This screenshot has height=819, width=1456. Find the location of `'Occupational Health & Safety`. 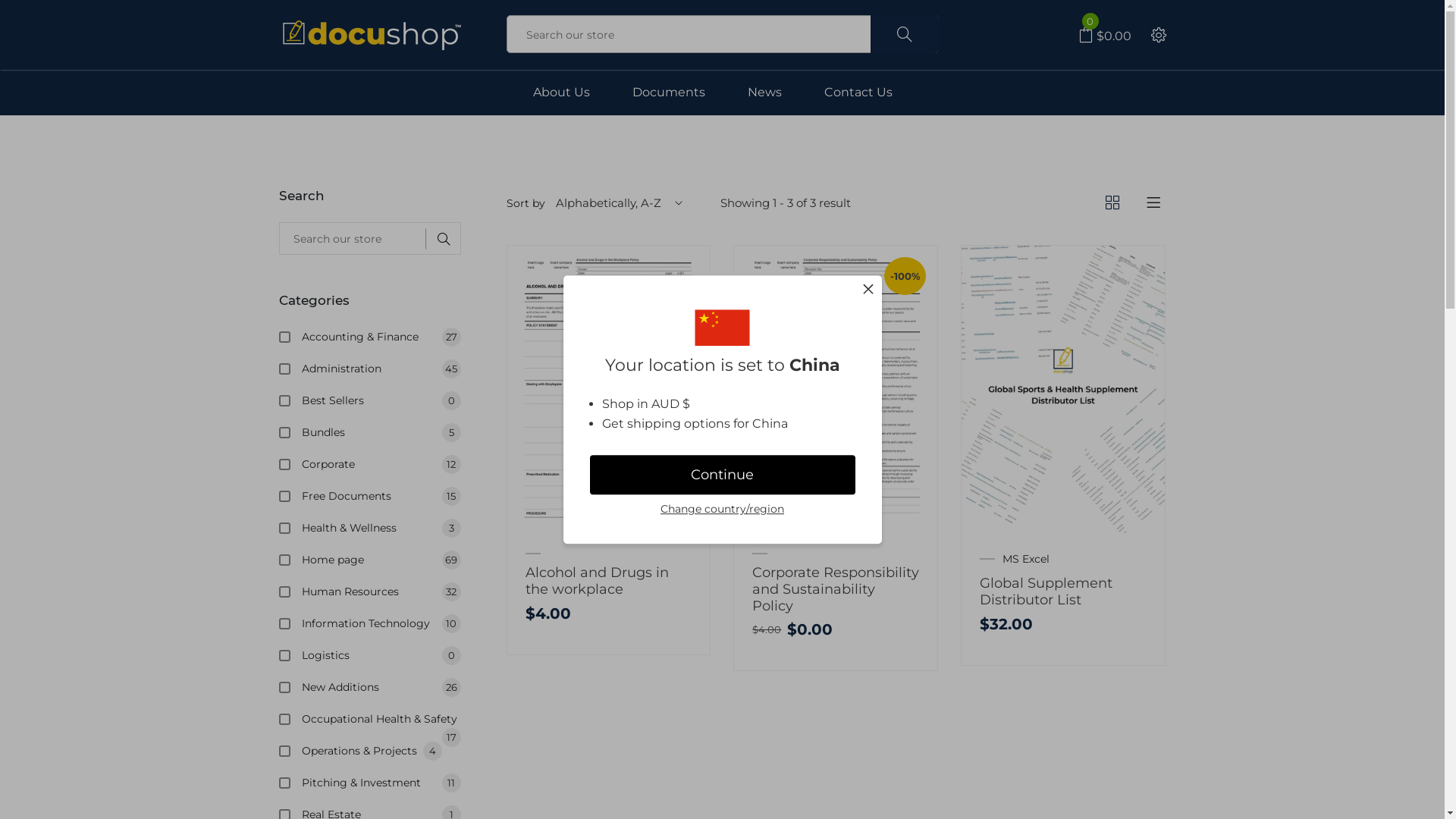

'Occupational Health & Safety is located at coordinates (302, 718).